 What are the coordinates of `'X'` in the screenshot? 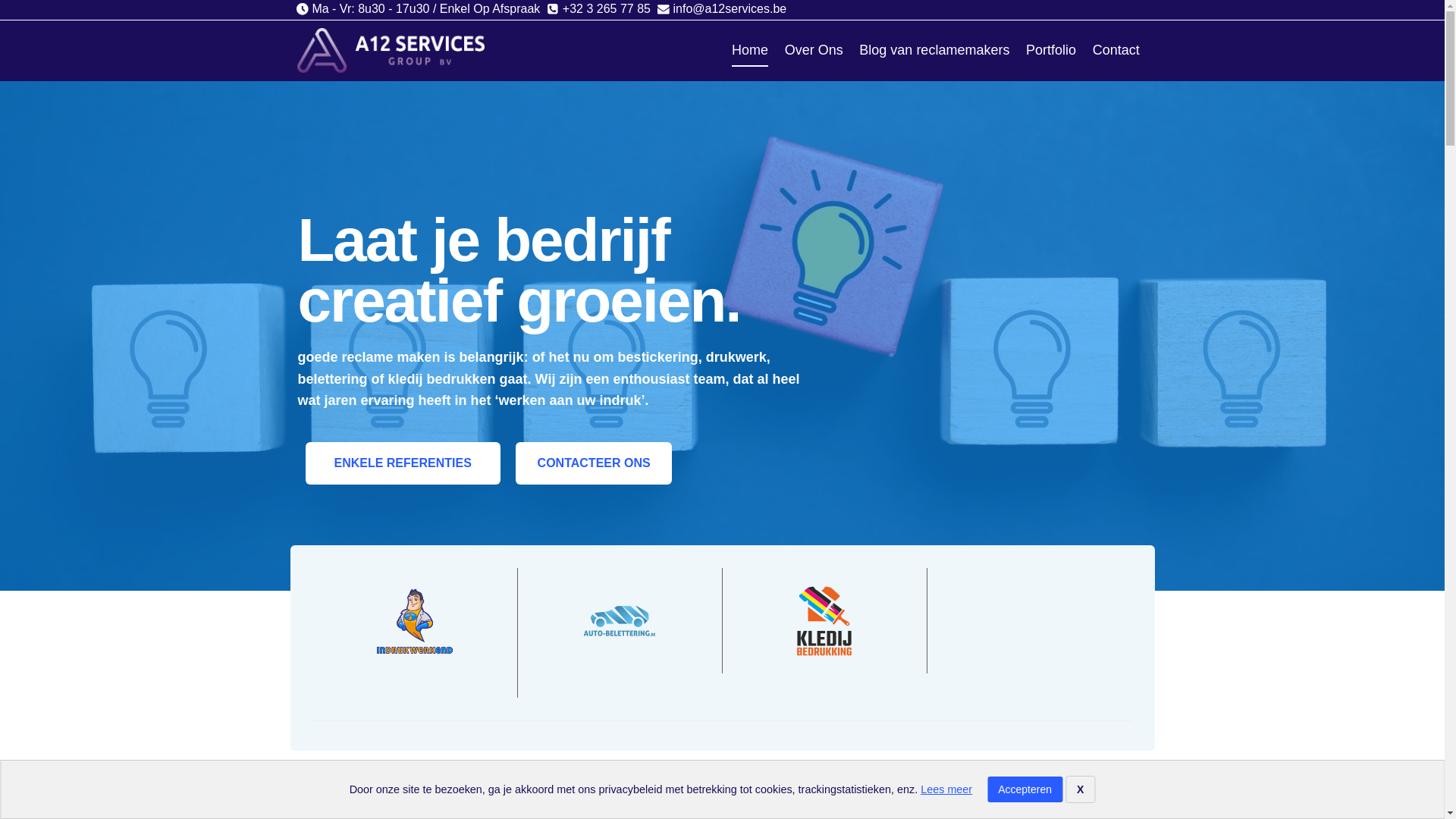 It's located at (1079, 789).